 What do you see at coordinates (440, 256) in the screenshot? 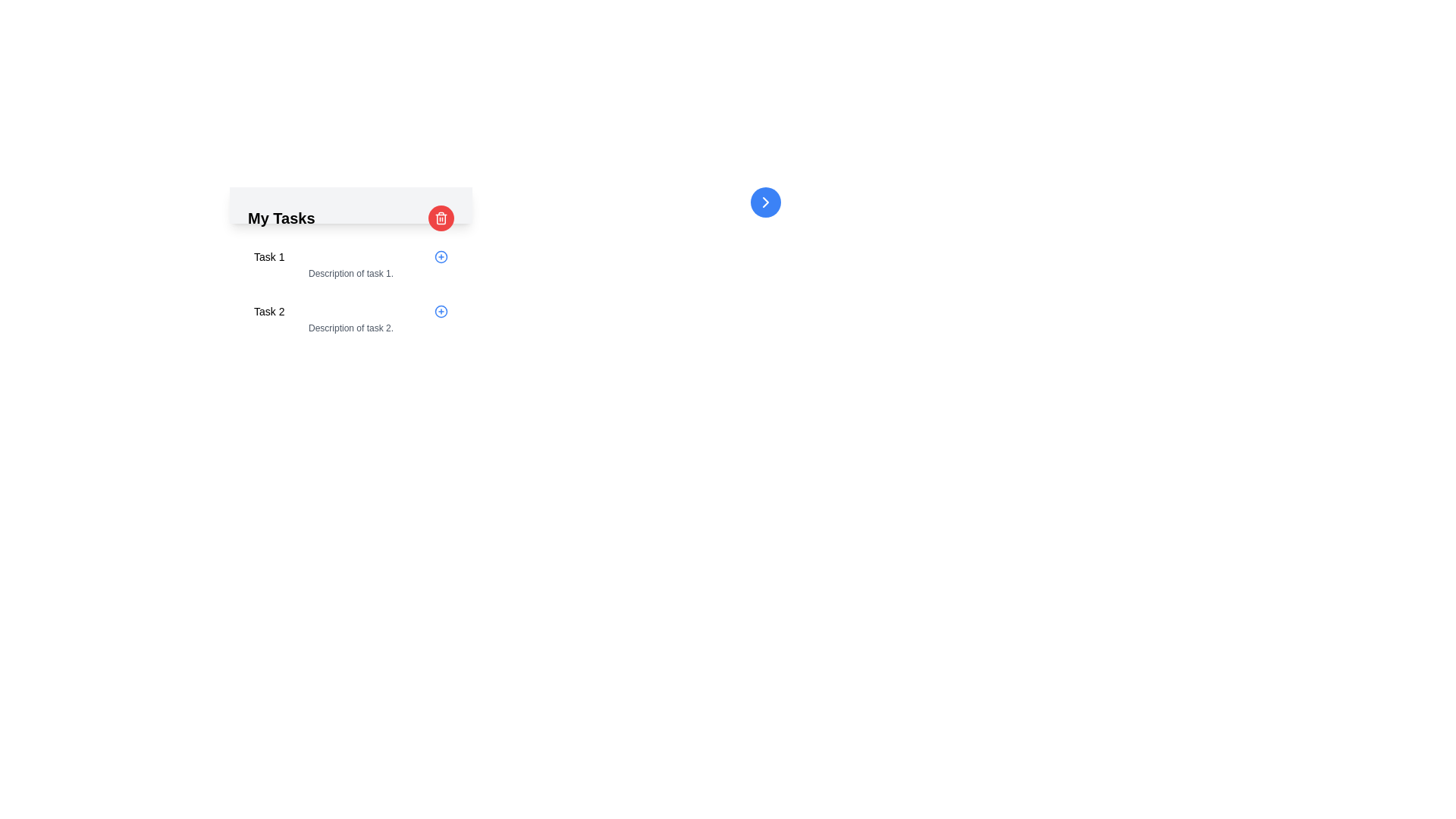
I see `the circular blue icon with a plus sign, located to the far right of 'Task 2' in the task list` at bounding box center [440, 256].